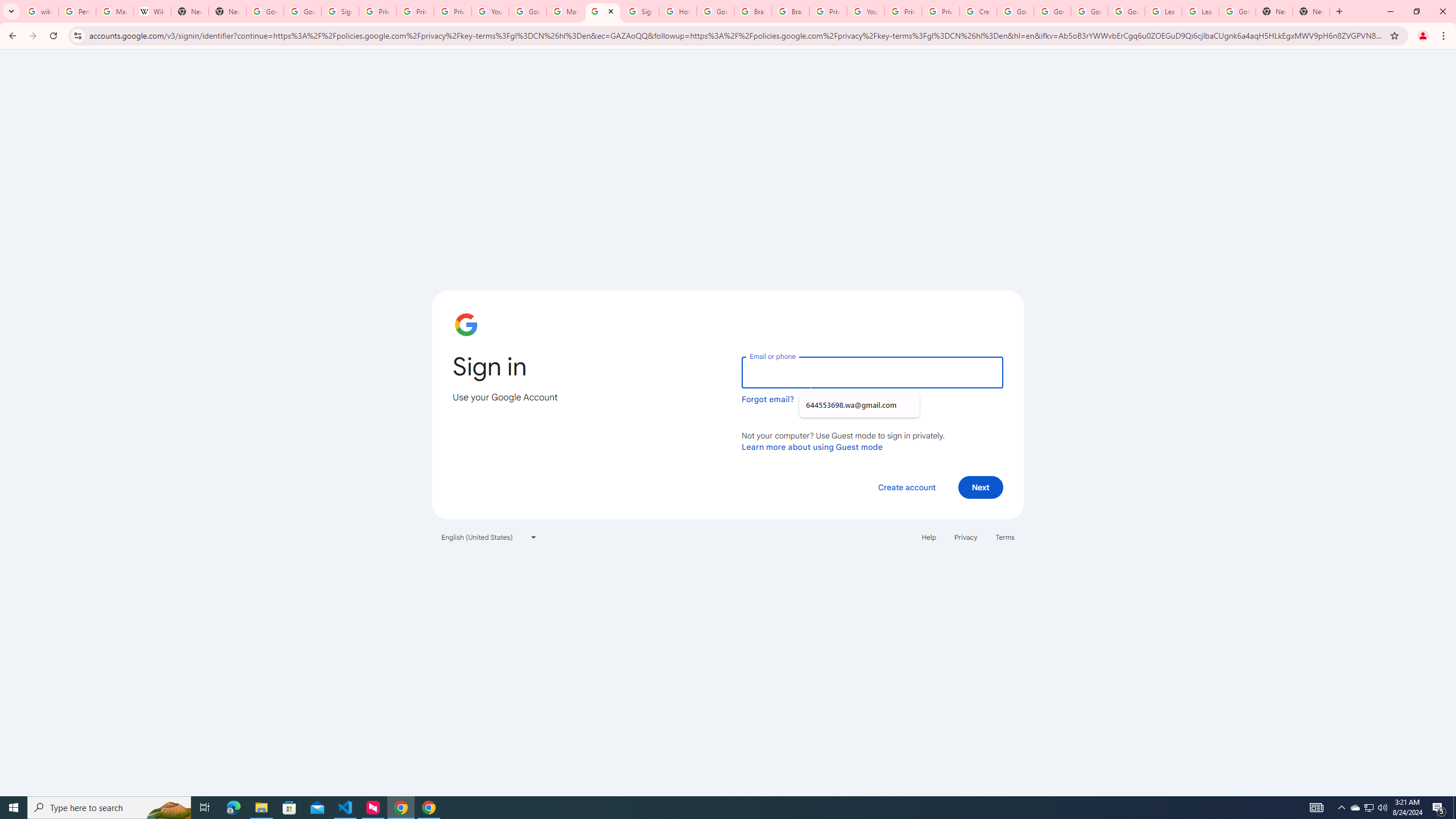 The width and height of the screenshot is (1456, 819). What do you see at coordinates (981, 486) in the screenshot?
I see `'Next'` at bounding box center [981, 486].